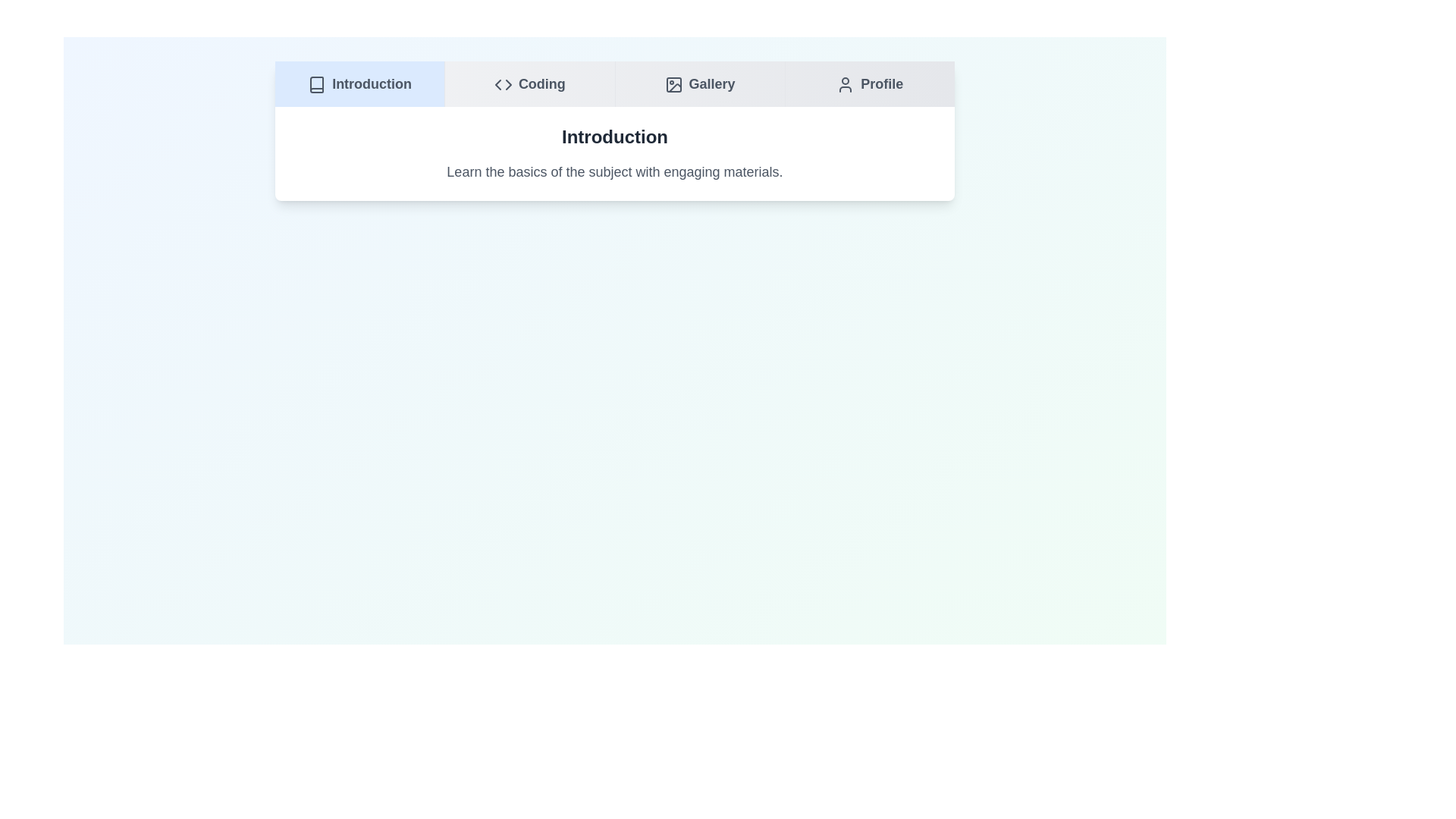 This screenshot has width=1456, height=819. I want to click on the Coding tab to navigate to it, so click(529, 84).